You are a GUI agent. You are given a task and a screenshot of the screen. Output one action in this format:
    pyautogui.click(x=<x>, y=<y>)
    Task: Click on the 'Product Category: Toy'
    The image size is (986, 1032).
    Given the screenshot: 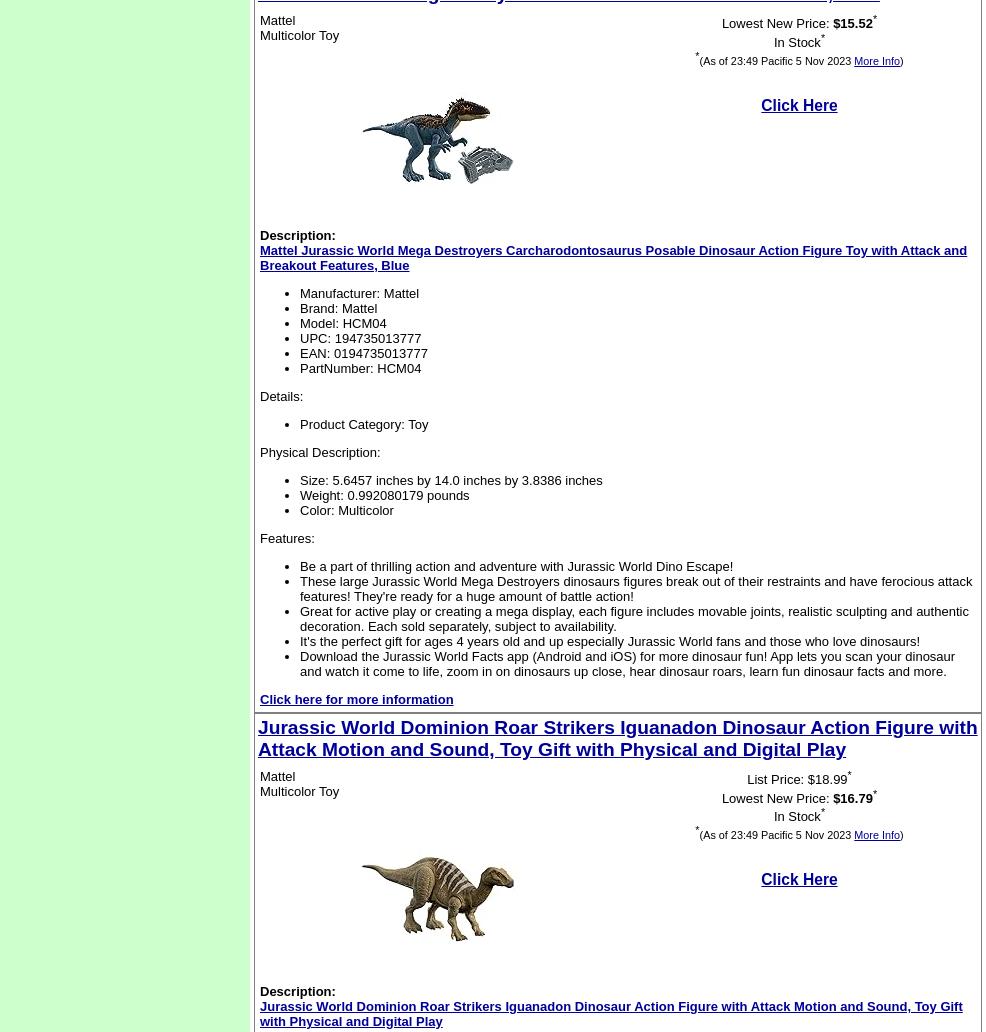 What is the action you would take?
    pyautogui.click(x=363, y=423)
    